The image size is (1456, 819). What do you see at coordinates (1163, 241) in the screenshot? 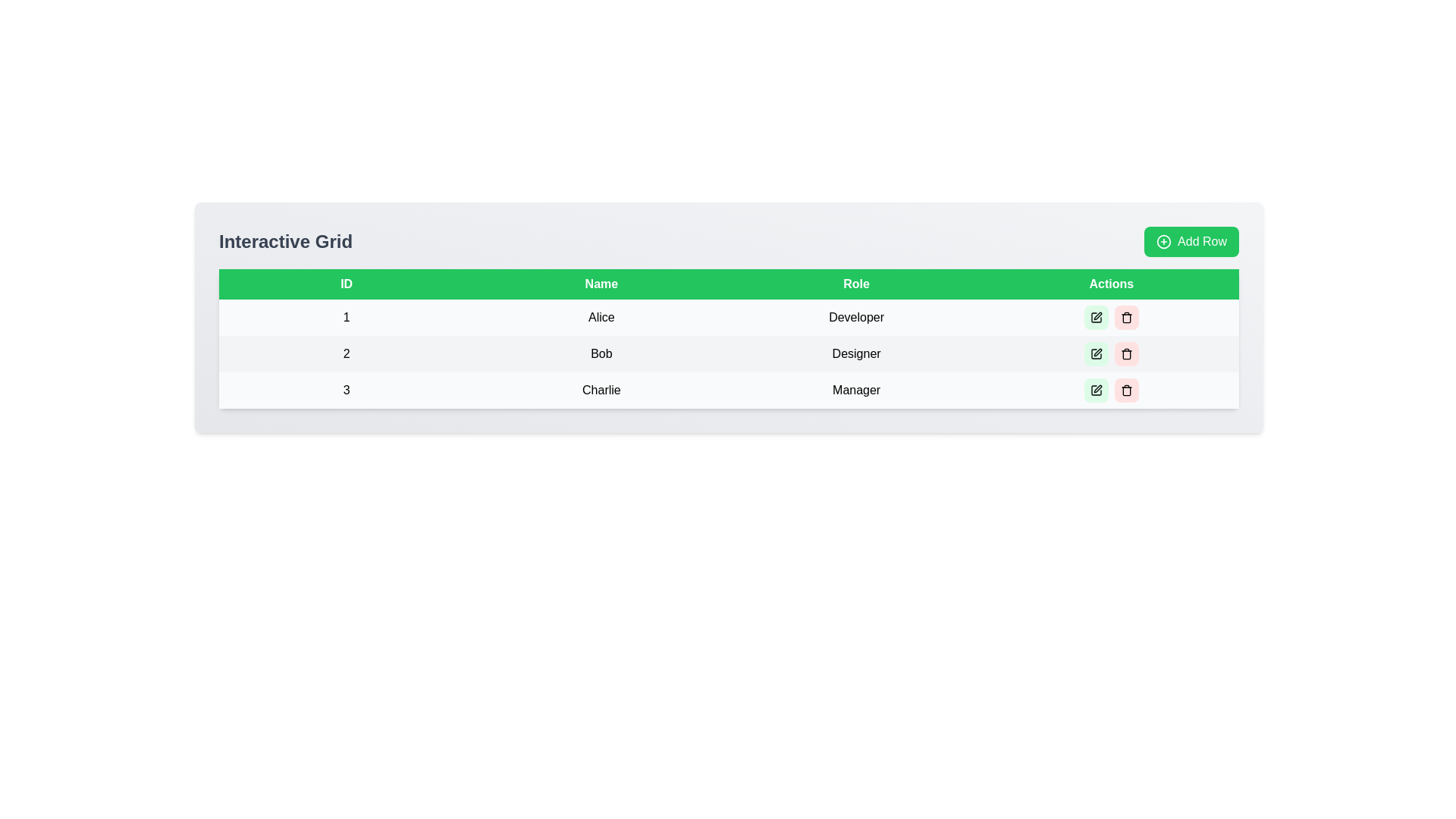
I see `the 'Add Row' icon located to the left of the button text` at bounding box center [1163, 241].